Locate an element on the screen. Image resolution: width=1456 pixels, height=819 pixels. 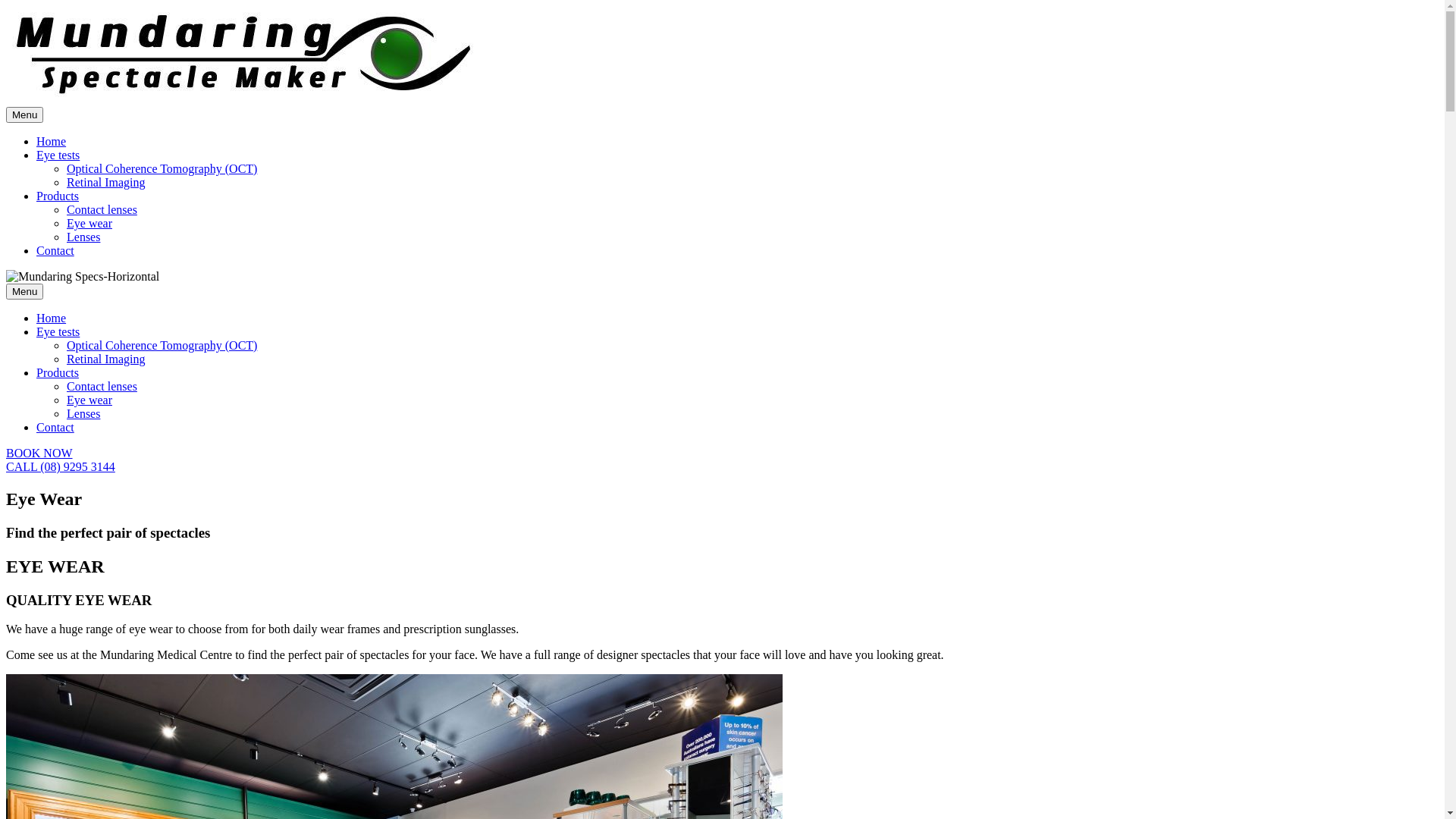
'Eye wear' is located at coordinates (89, 223).